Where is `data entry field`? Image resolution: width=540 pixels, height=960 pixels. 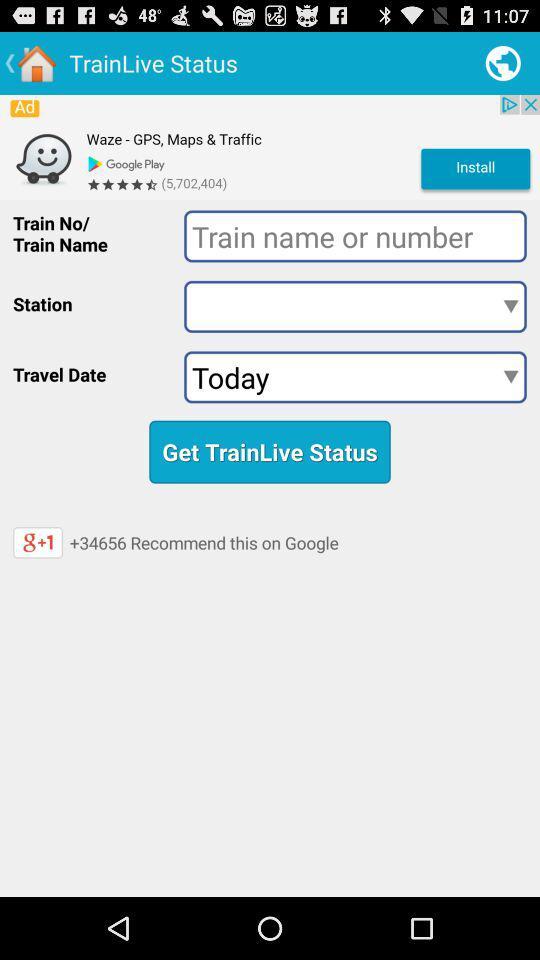
data entry field is located at coordinates (354, 236).